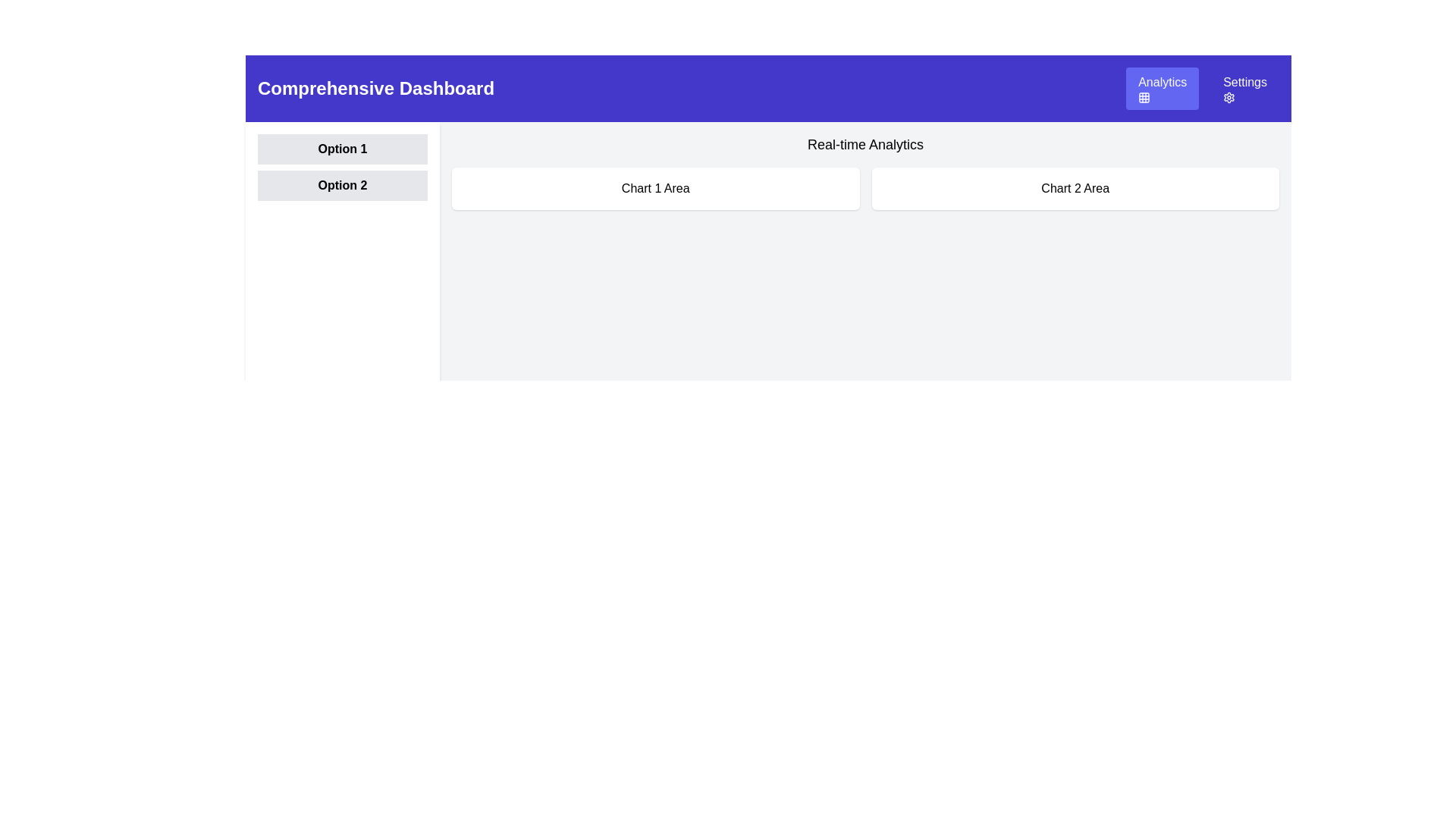 The image size is (1456, 819). Describe the element at coordinates (1245, 88) in the screenshot. I see `the settings button located immediately to the right of the 'Analytics' button` at that location.